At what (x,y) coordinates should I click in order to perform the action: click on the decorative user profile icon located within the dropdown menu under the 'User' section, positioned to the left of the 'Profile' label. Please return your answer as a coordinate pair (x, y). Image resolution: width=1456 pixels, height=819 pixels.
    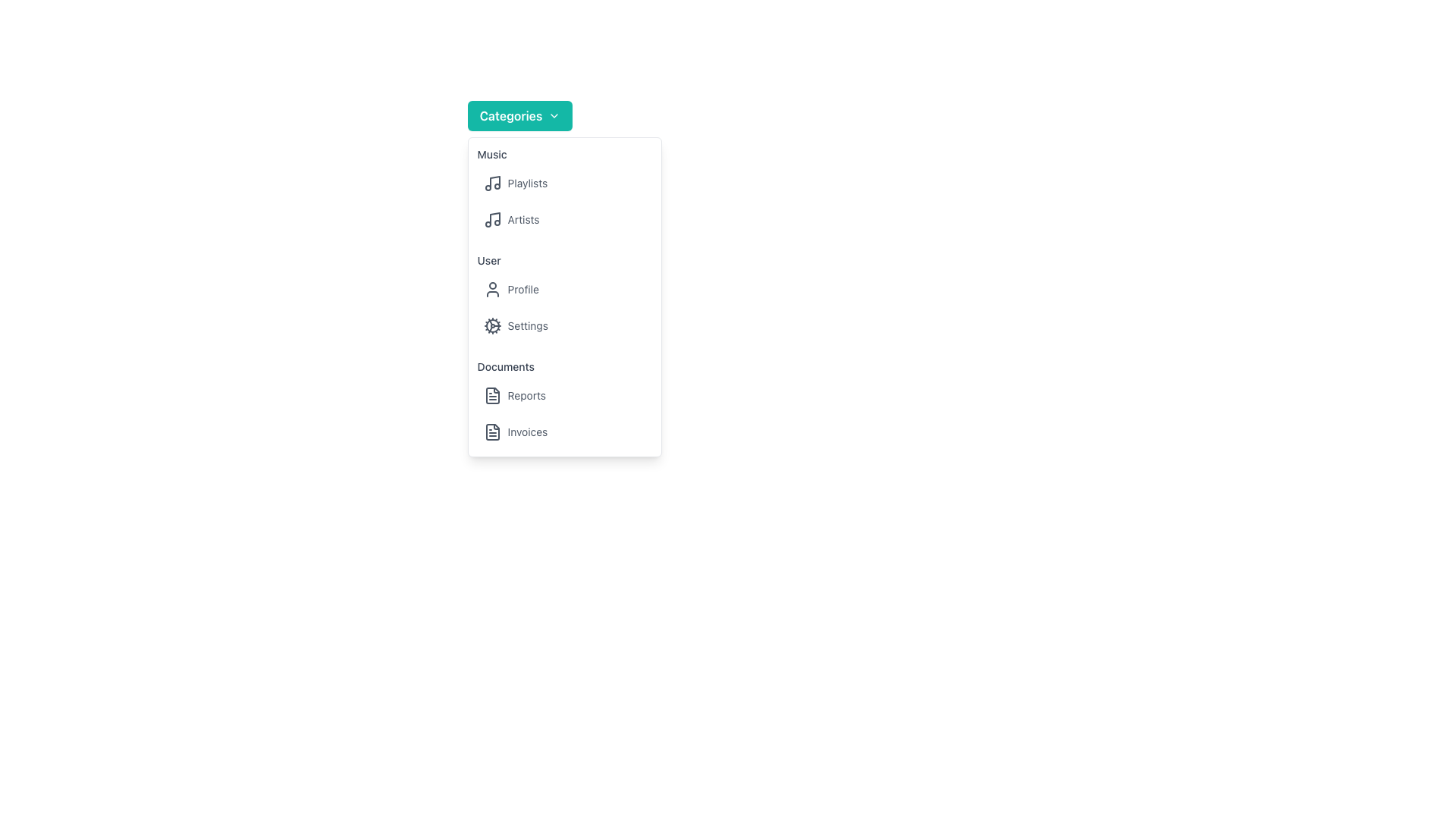
    Looking at the image, I should click on (492, 289).